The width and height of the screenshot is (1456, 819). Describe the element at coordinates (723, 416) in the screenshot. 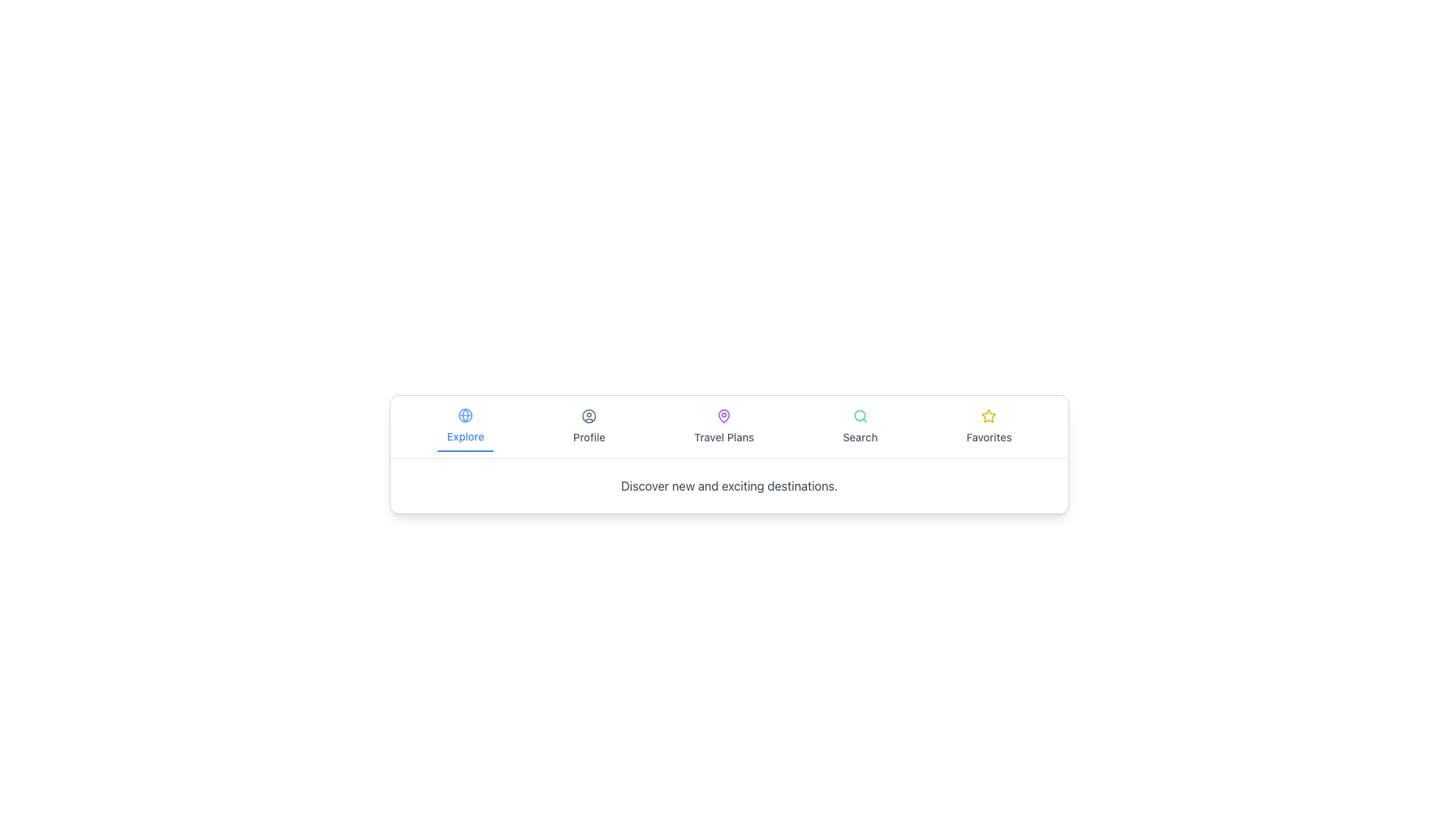

I see `the travel icon located at the top of the 'Travel Plans' section in the bottom navigation bar` at that location.